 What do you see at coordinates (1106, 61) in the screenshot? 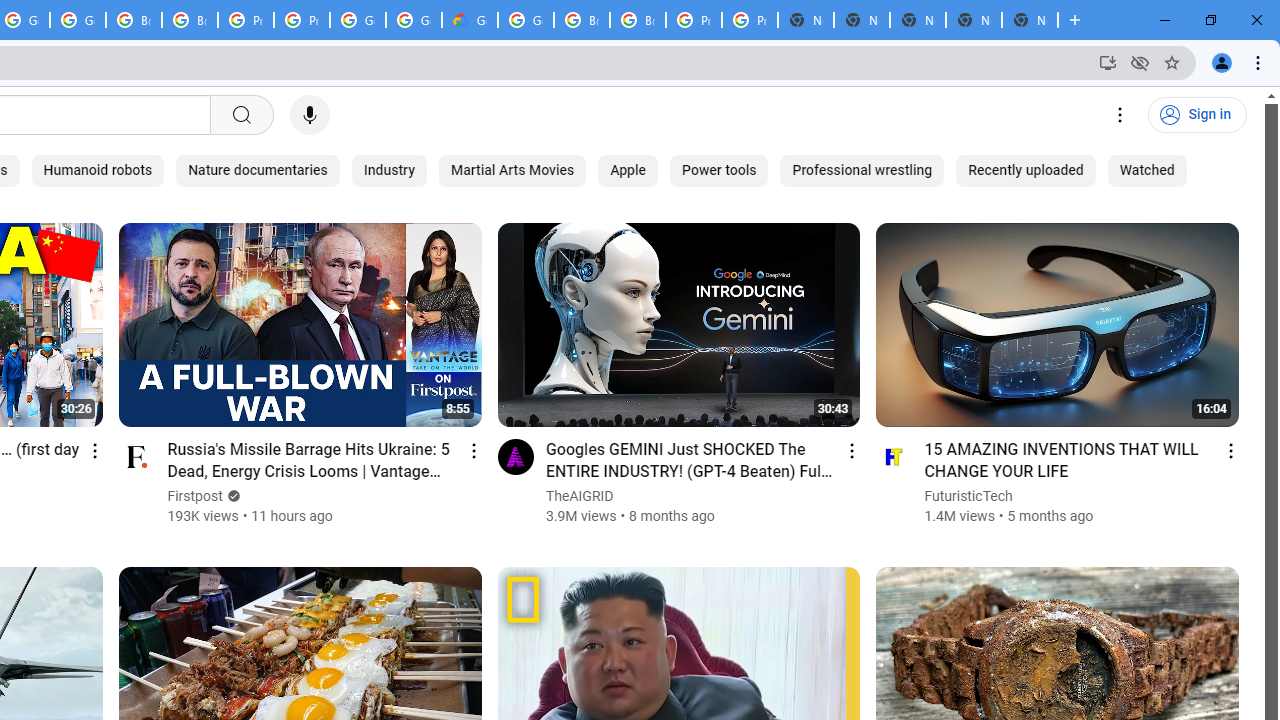
I see `'Install YouTube'` at bounding box center [1106, 61].